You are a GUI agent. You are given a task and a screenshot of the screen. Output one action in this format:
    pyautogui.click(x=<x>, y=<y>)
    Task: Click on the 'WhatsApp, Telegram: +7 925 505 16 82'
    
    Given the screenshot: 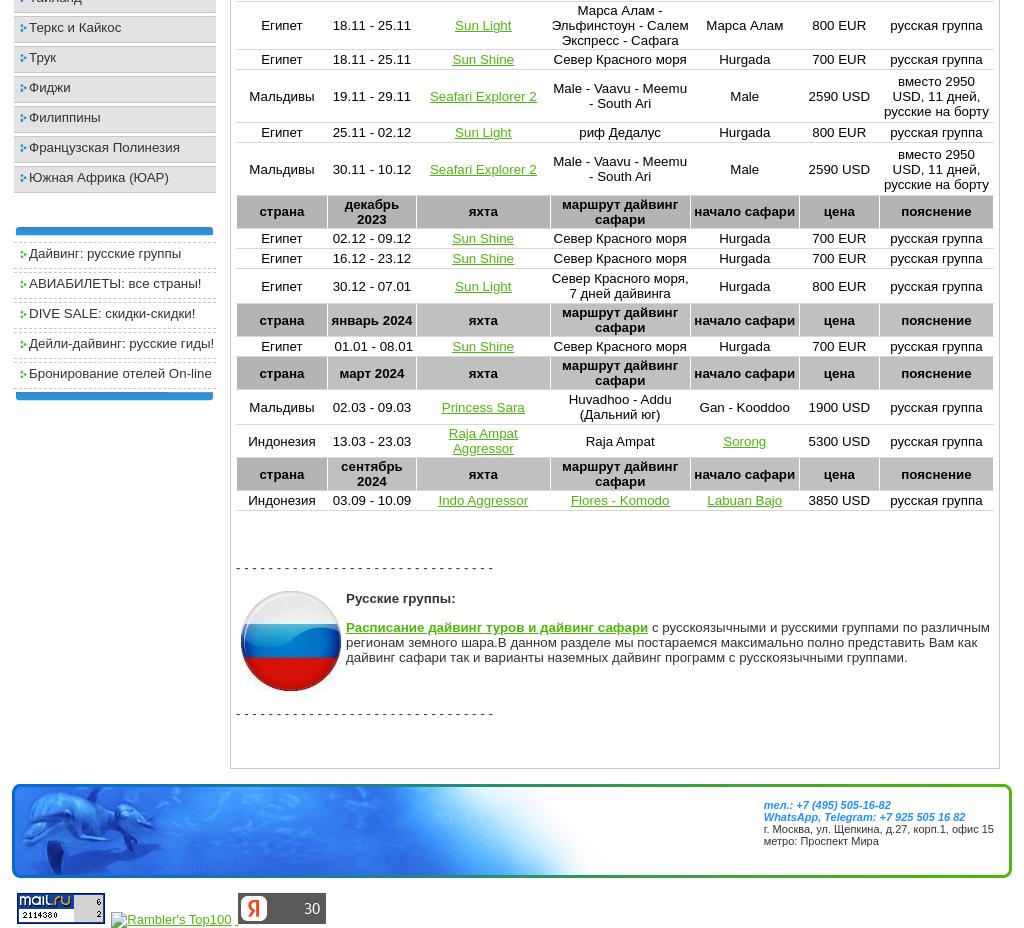 What is the action you would take?
    pyautogui.click(x=761, y=815)
    